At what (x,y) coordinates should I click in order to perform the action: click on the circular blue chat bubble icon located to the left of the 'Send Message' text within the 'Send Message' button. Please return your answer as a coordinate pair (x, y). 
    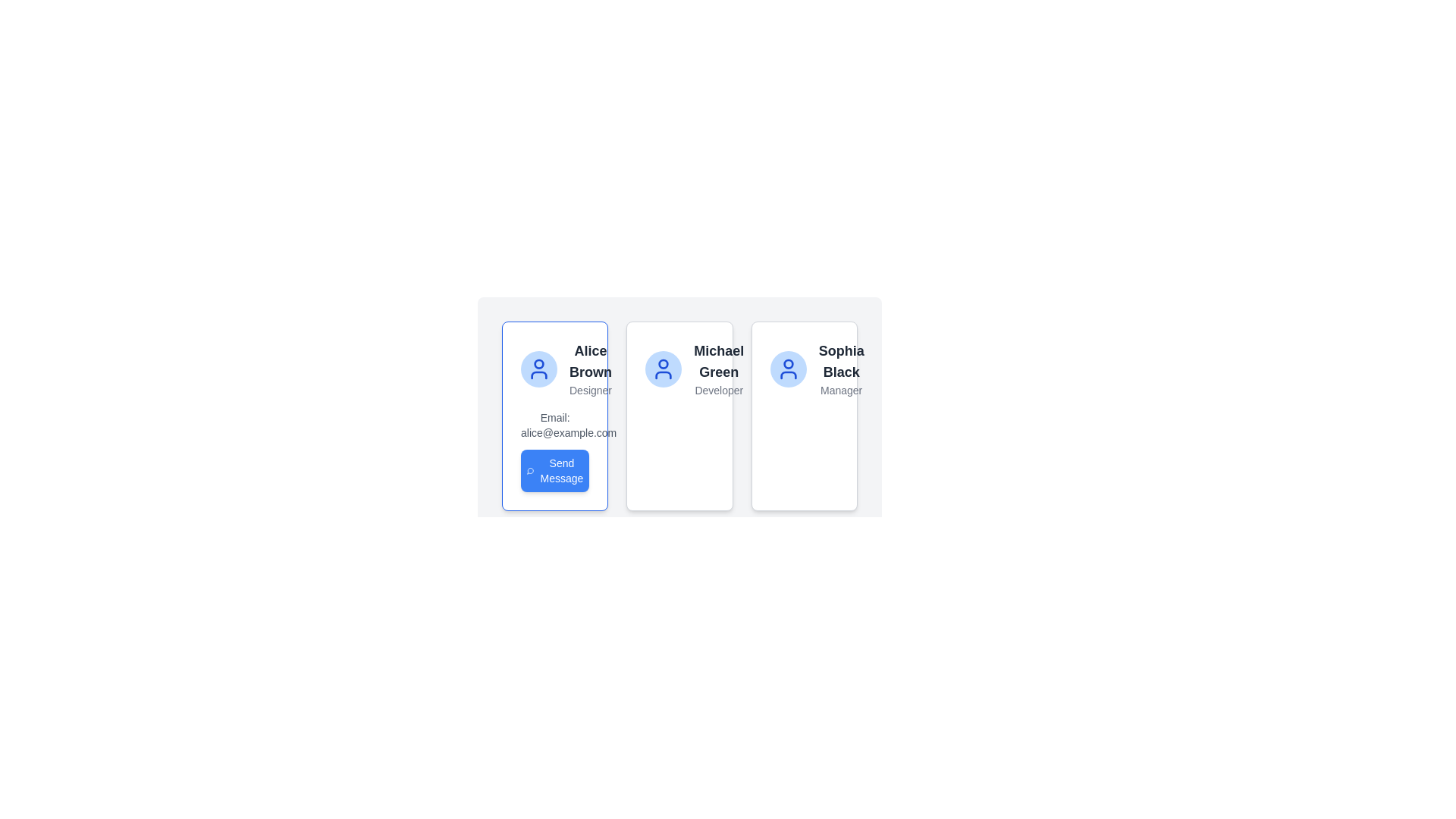
    Looking at the image, I should click on (530, 470).